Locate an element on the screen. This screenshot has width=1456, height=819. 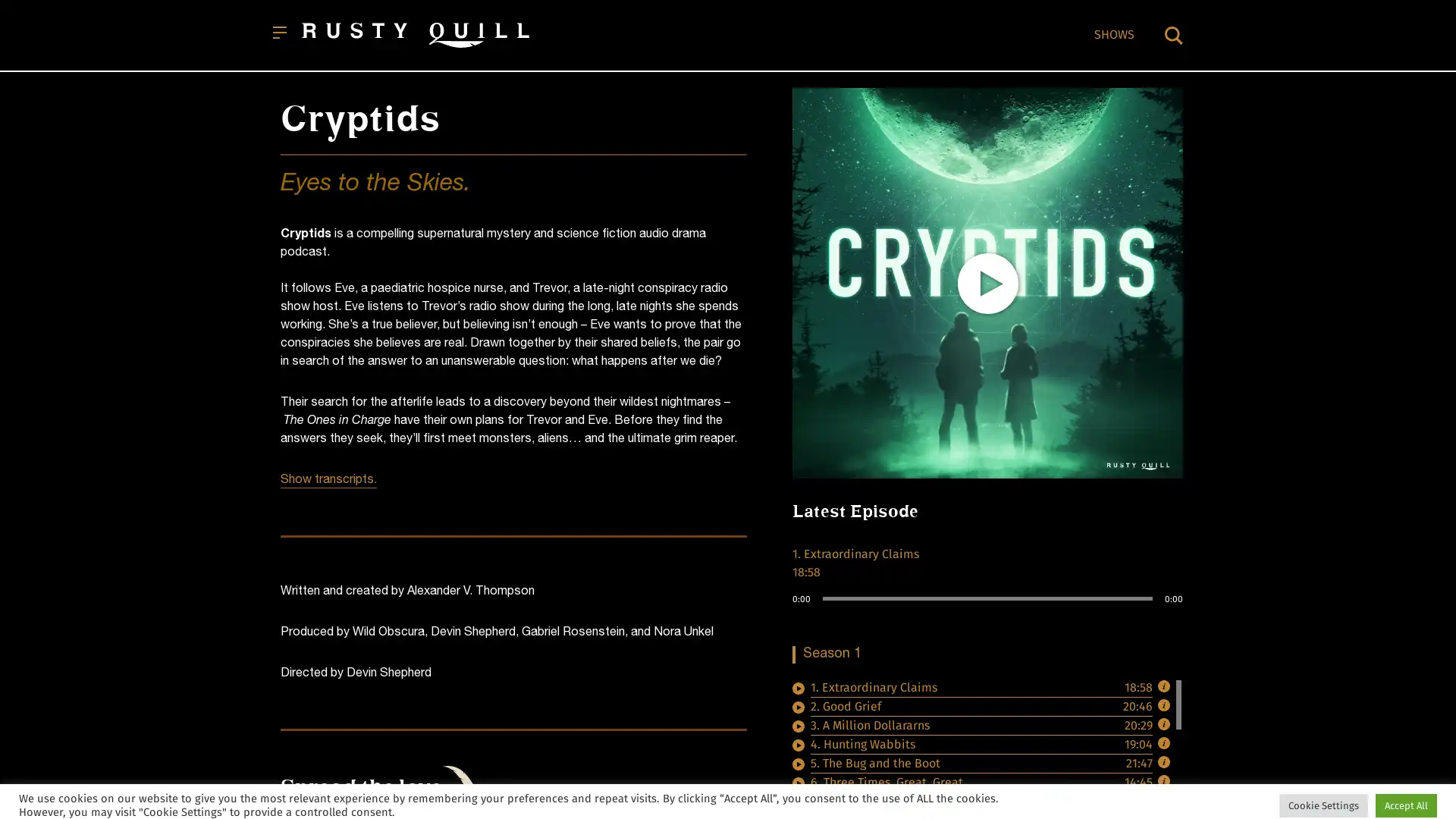
Open menu is located at coordinates (280, 32).